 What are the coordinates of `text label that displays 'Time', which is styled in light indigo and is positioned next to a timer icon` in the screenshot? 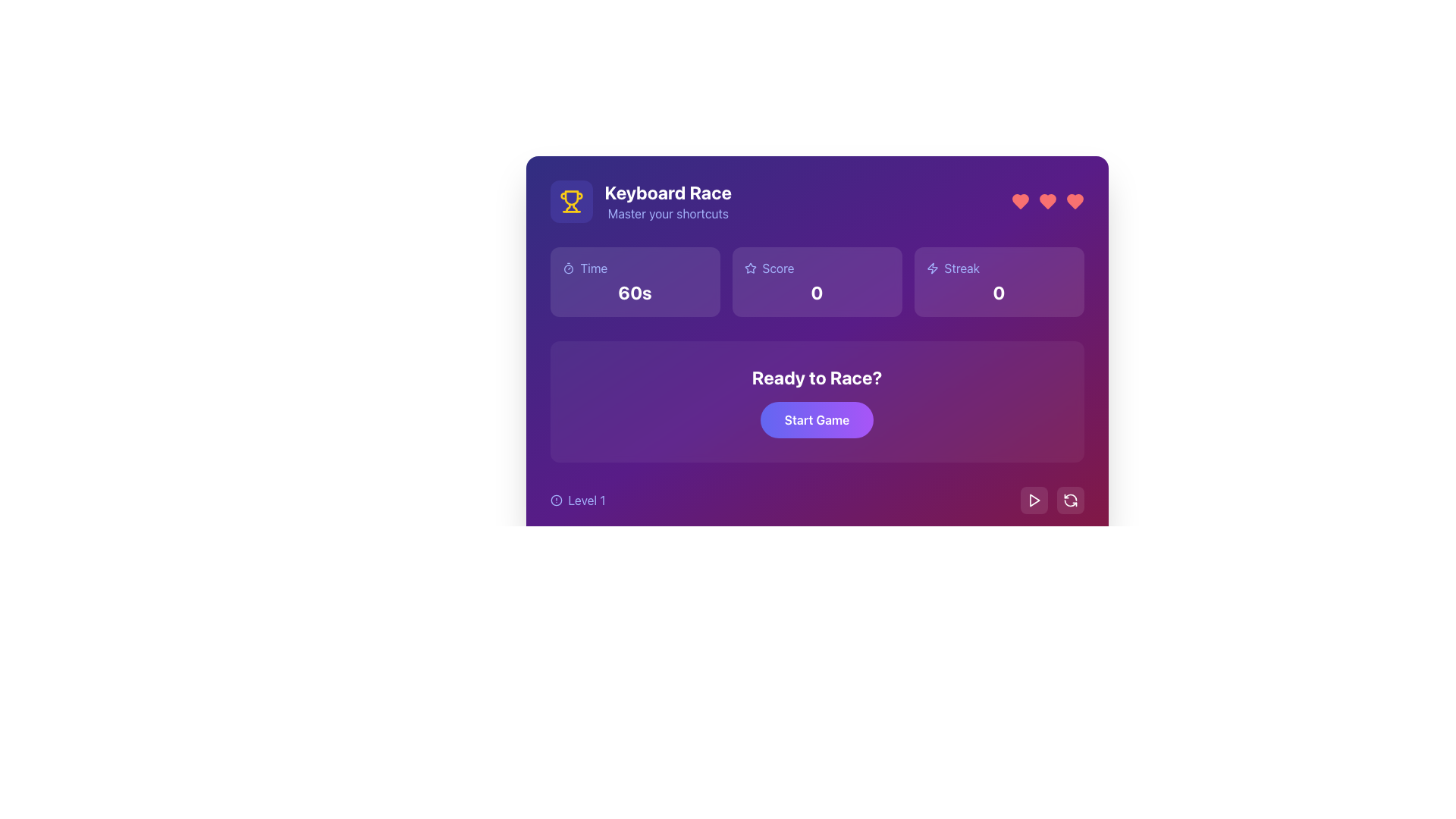 It's located at (593, 268).